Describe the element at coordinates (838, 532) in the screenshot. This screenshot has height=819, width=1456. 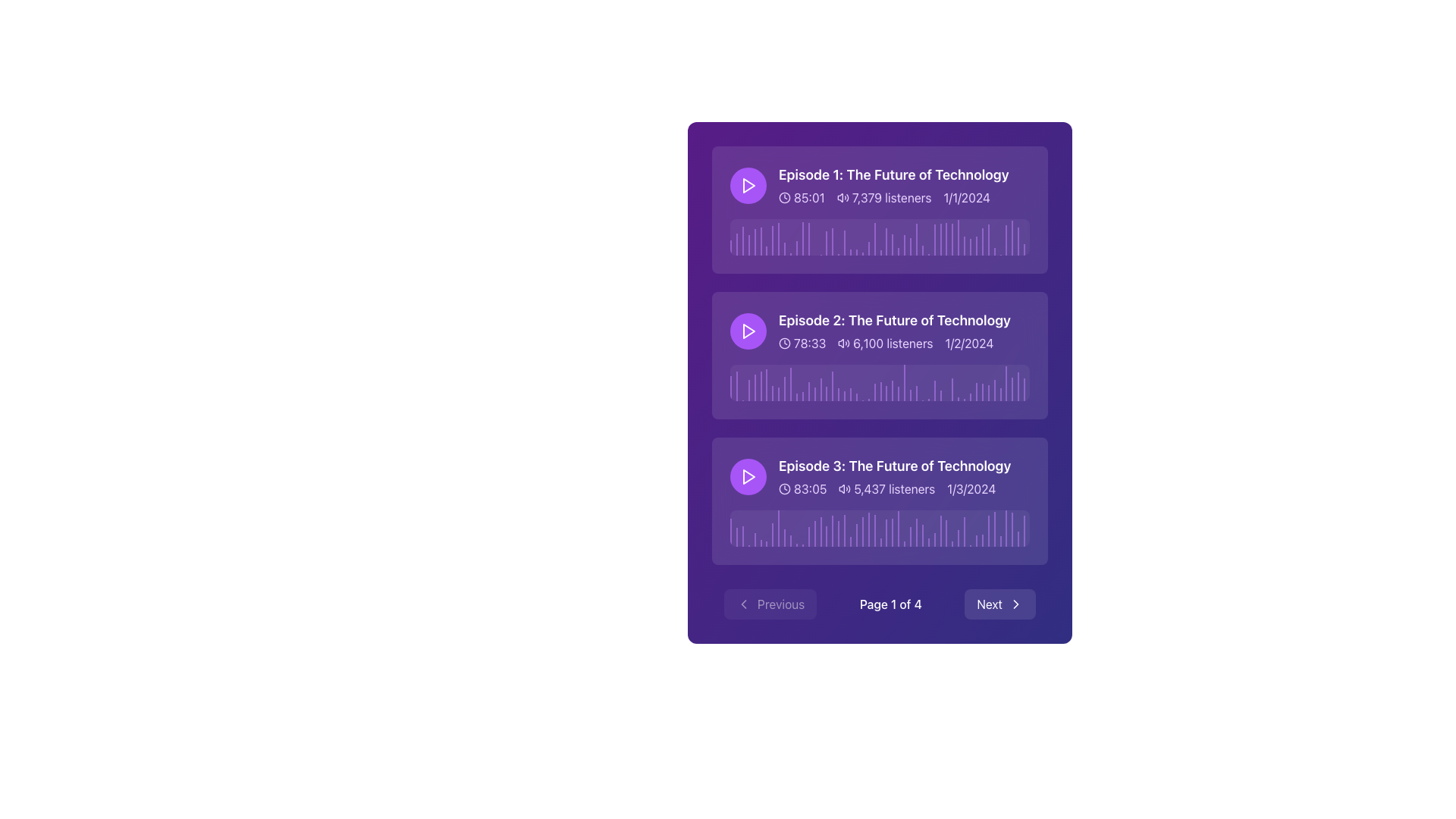
I see `the vertical thin purple decorative bar within the waveform of the third podcast episode card, which is the 19th segment from the left` at that location.